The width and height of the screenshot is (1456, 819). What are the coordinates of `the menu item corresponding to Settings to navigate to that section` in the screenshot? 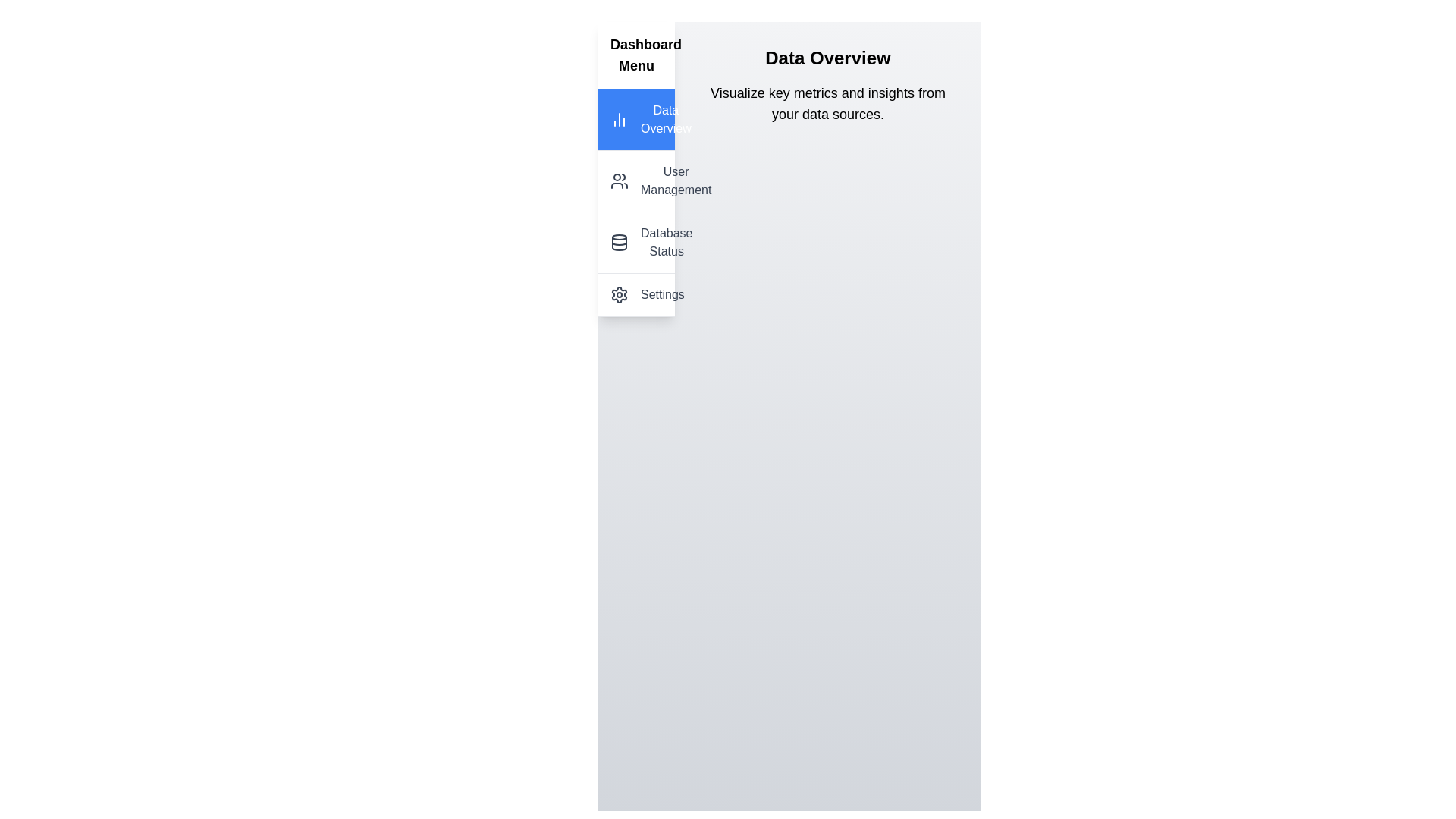 It's located at (636, 295).